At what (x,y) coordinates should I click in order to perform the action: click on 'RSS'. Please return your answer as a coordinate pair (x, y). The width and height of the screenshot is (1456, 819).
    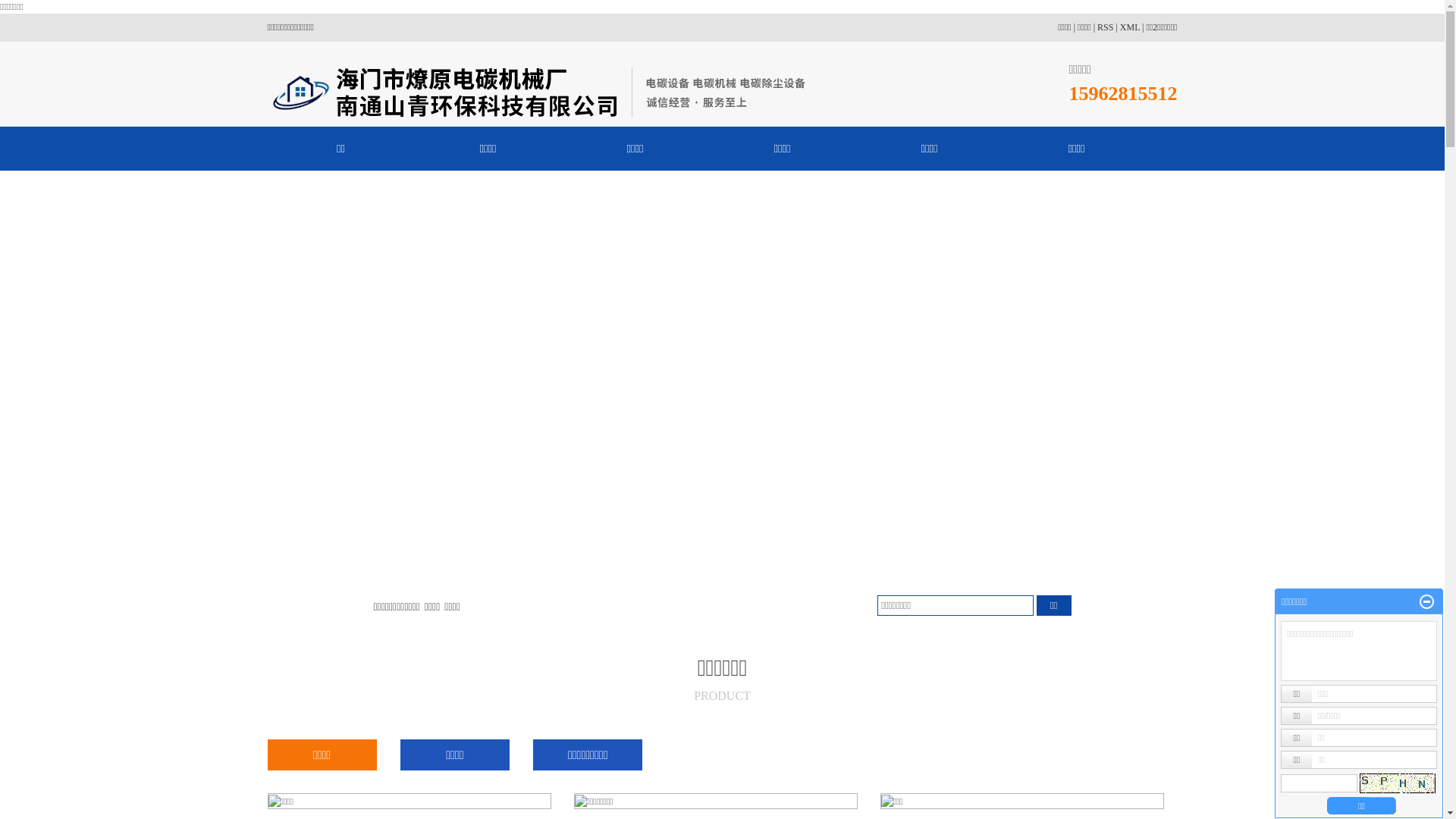
    Looking at the image, I should click on (1105, 27).